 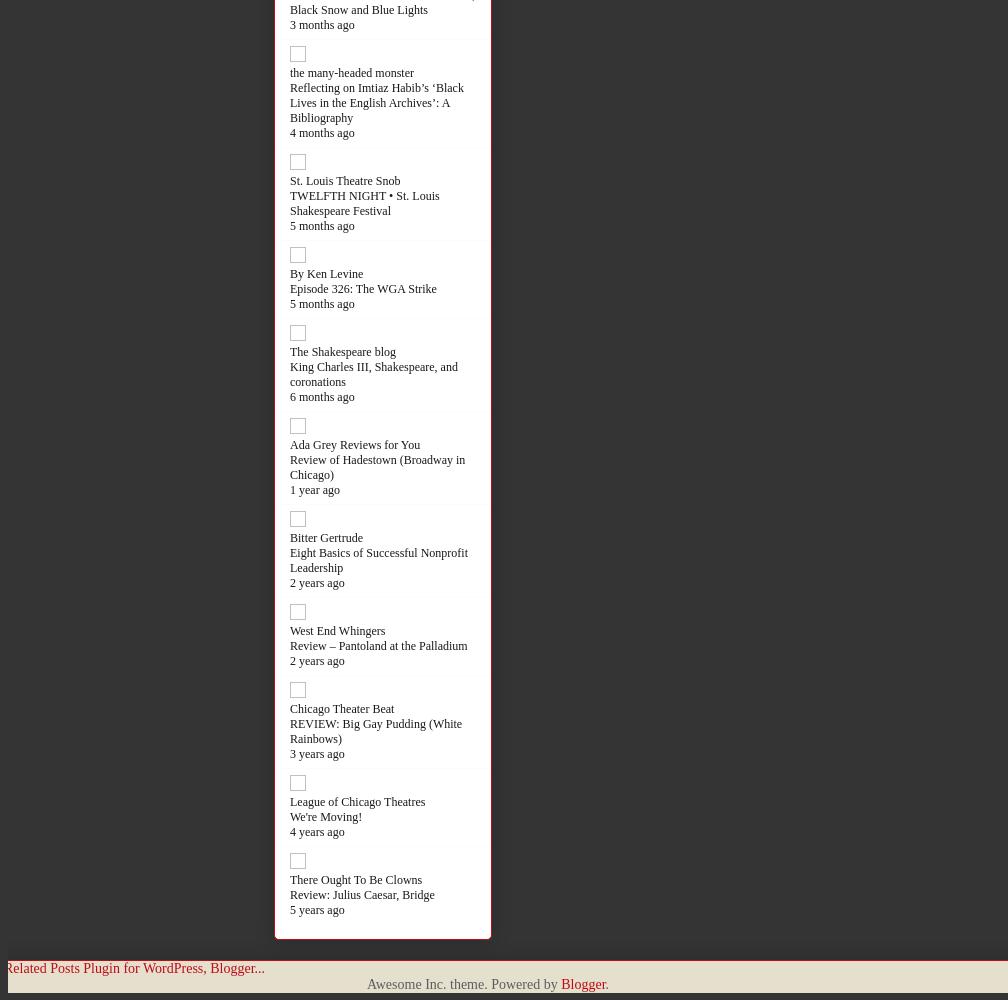 What do you see at coordinates (607, 982) in the screenshot?
I see `'.'` at bounding box center [607, 982].